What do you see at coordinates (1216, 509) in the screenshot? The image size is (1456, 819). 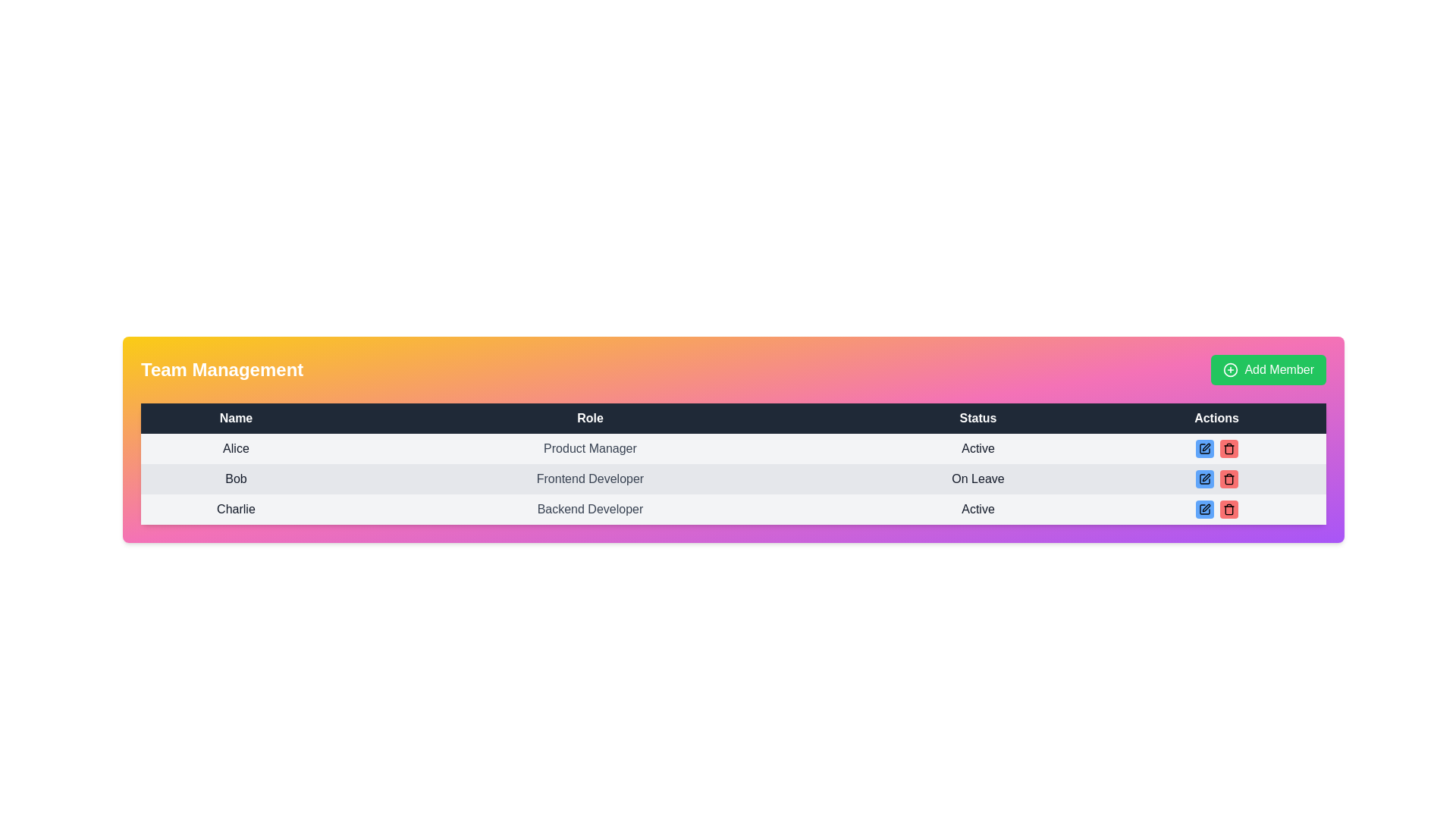 I see `the blue button in the 'Actions' column of the last row for the user 'Charlie'` at bounding box center [1216, 509].